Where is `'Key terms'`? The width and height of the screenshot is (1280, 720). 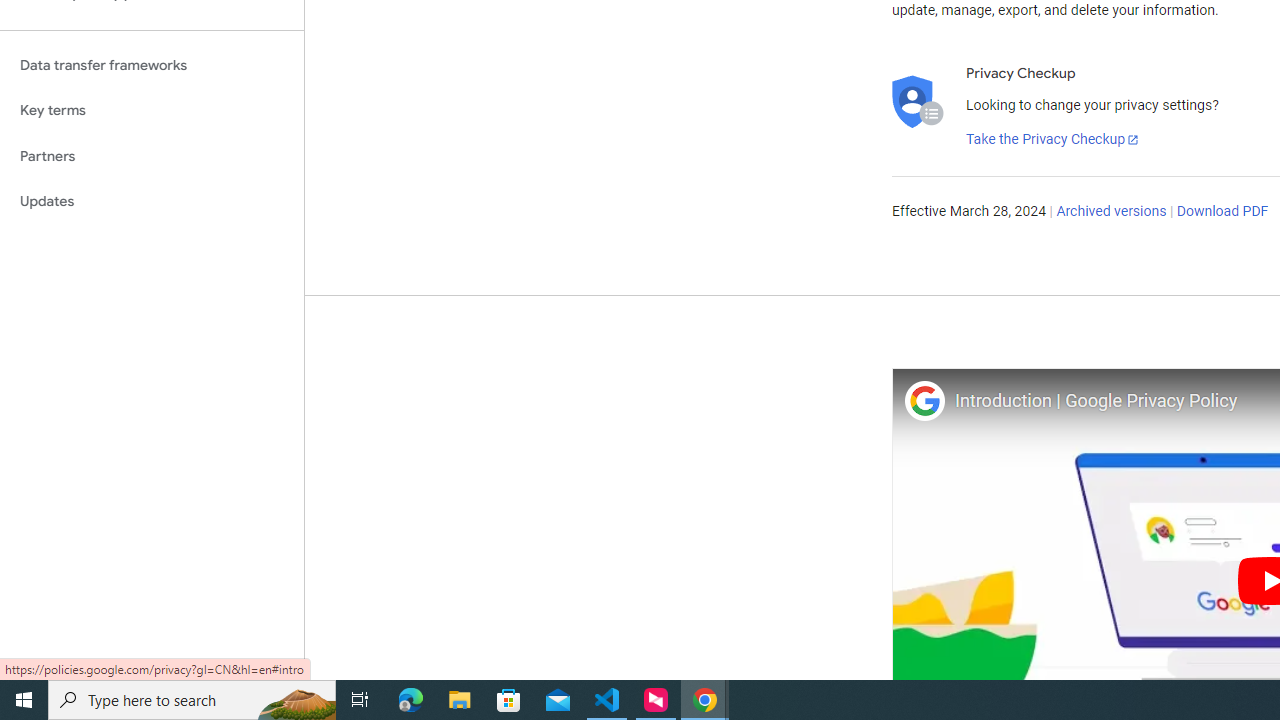 'Key terms' is located at coordinates (151, 110).